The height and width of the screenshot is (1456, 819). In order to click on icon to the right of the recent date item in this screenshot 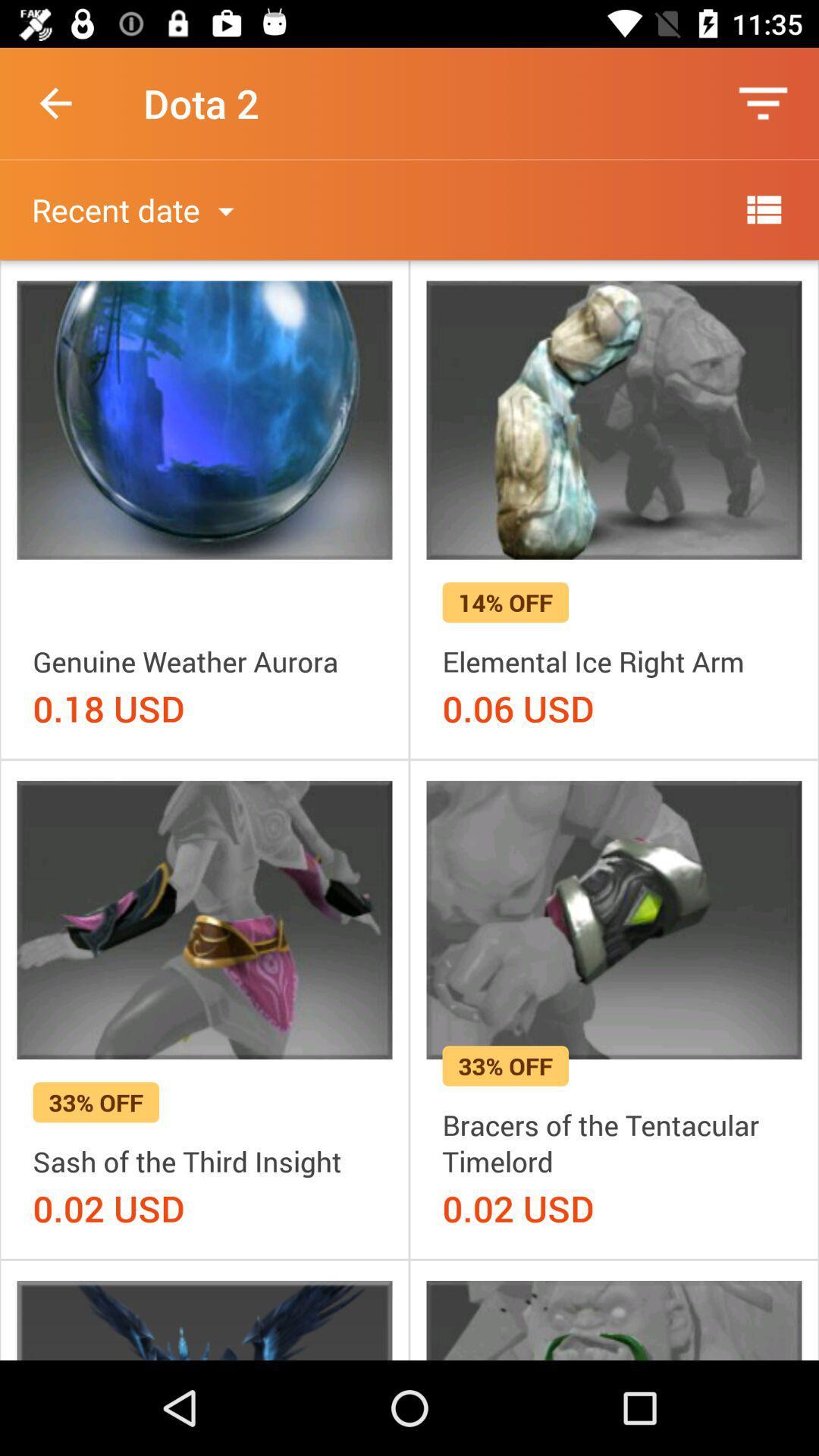, I will do `click(763, 209)`.